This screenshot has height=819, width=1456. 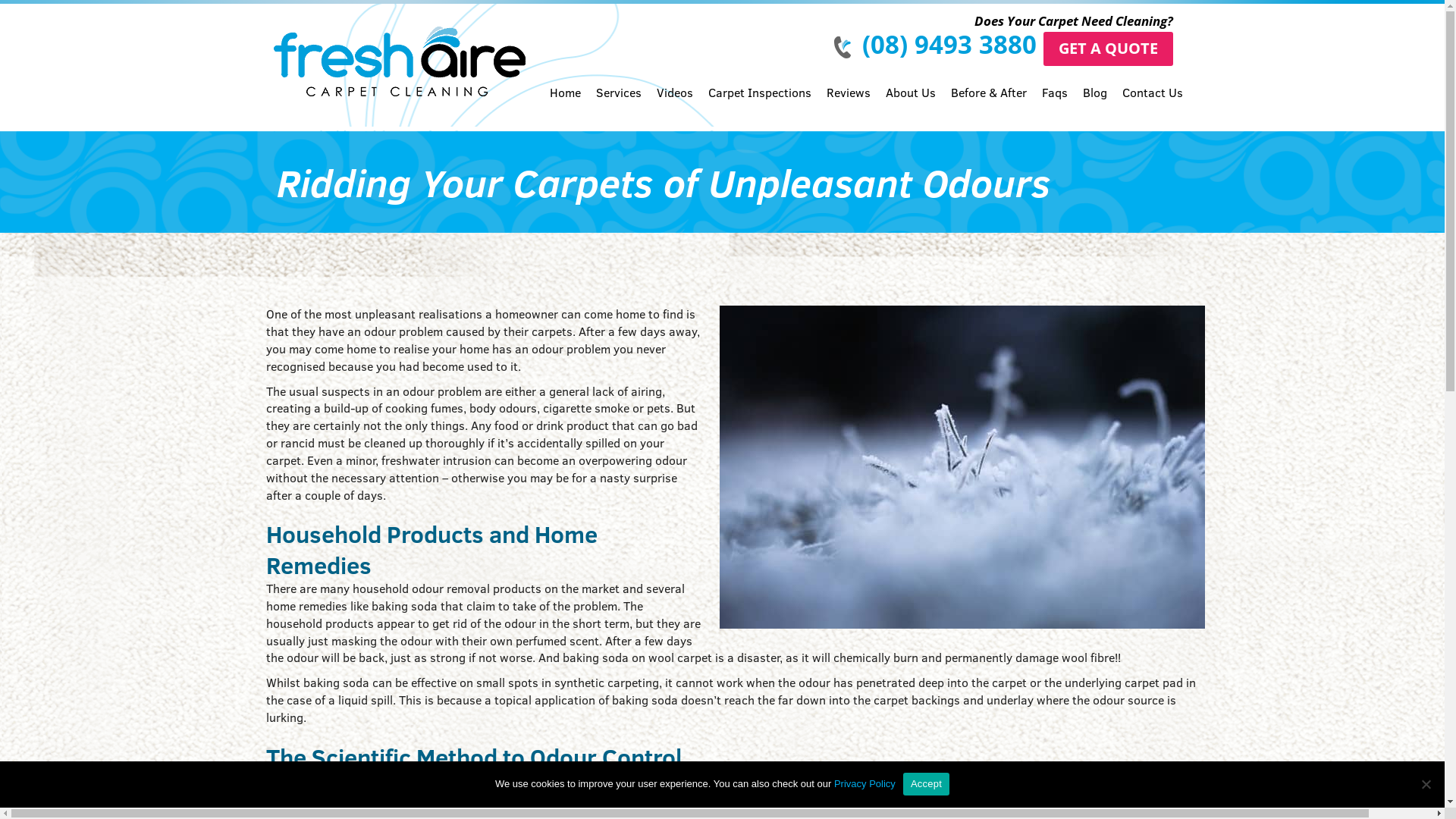 I want to click on 'Faqs', so click(x=1054, y=105).